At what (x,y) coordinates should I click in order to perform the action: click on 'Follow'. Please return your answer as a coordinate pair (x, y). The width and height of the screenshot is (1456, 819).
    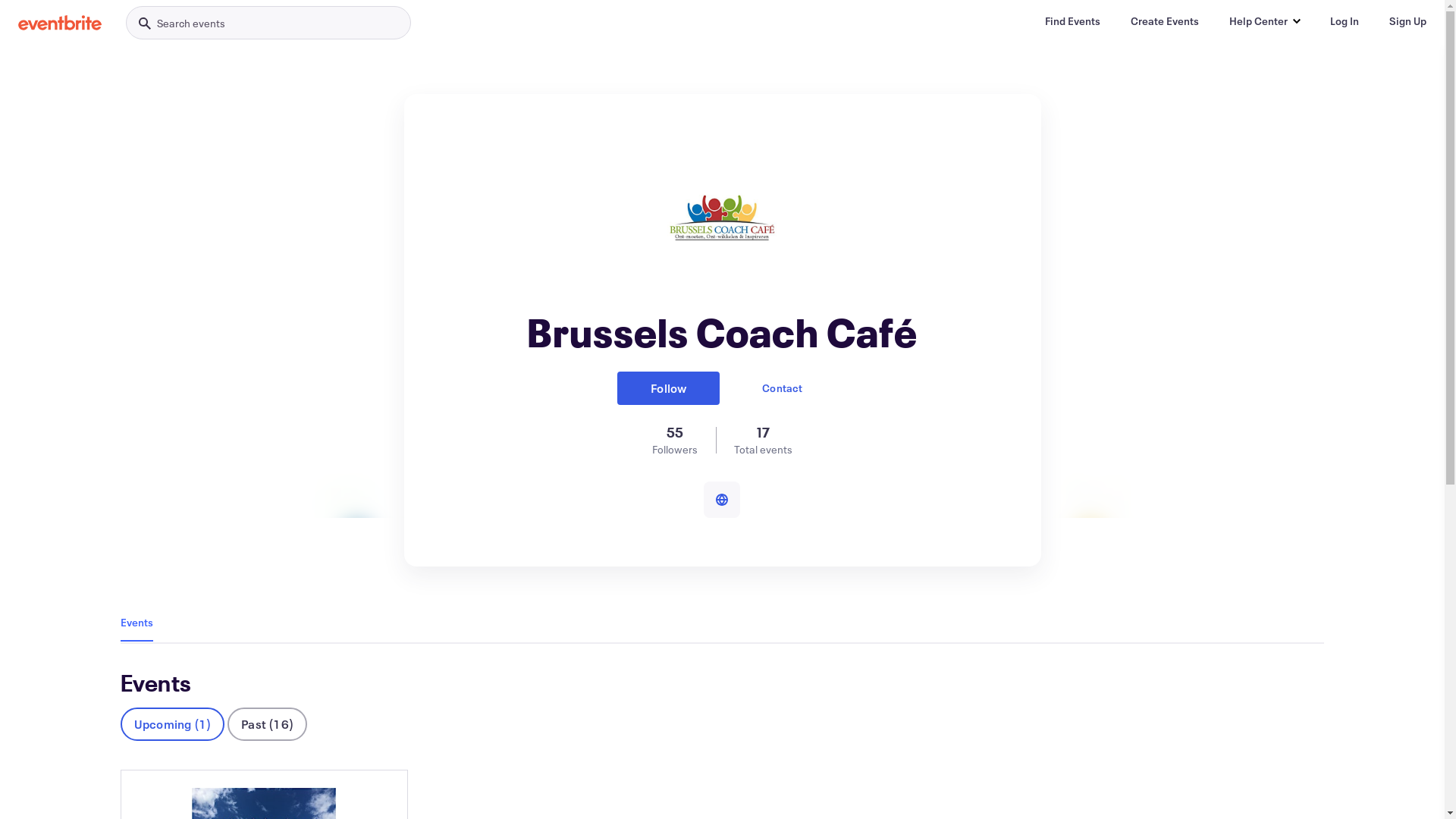
    Looking at the image, I should click on (667, 388).